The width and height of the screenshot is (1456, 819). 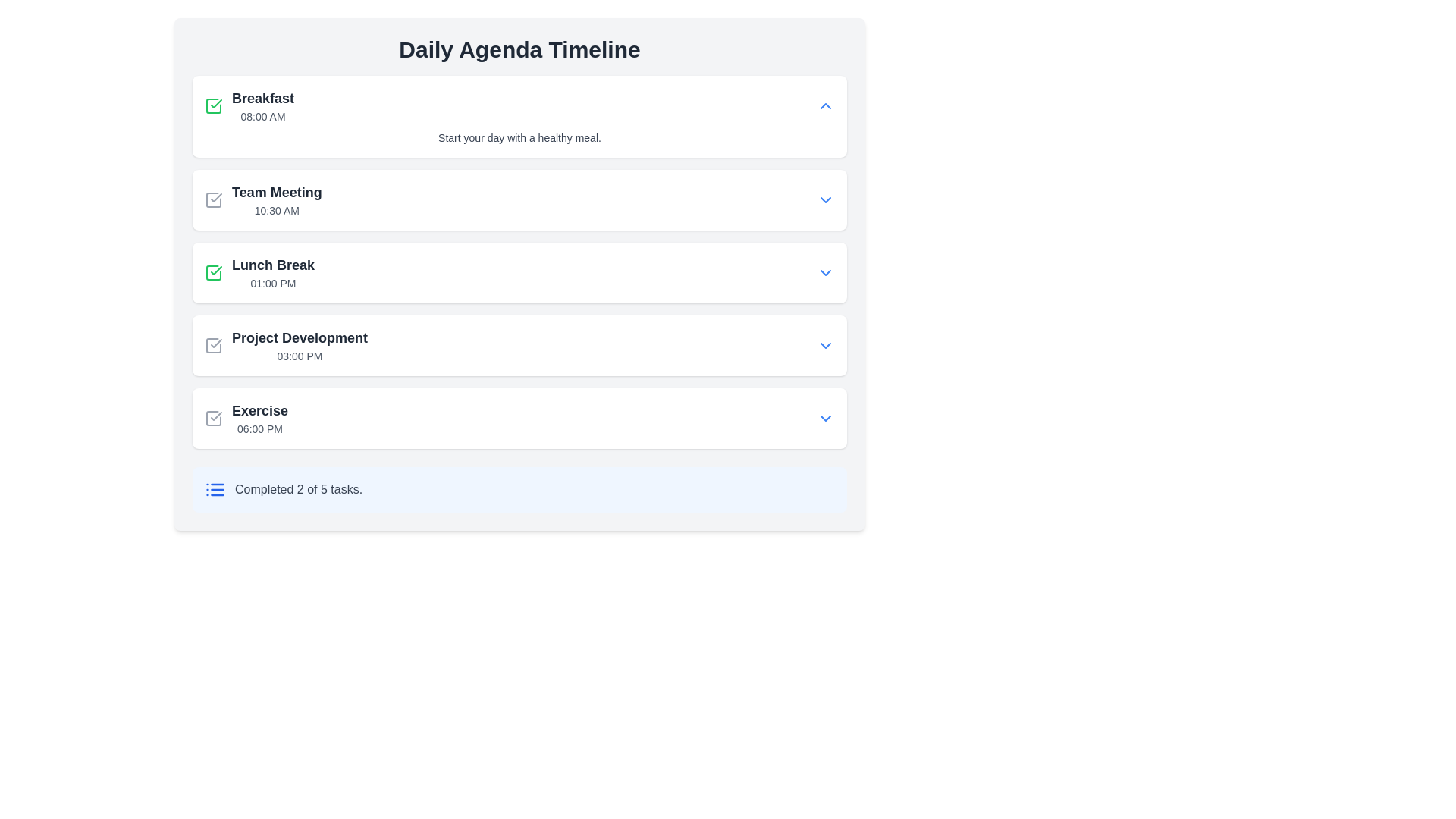 What do you see at coordinates (519, 418) in the screenshot?
I see `the card-like list item displaying the 'Exercise' activity, which is the last item in the list, to potentially mark it as complete or view further details` at bounding box center [519, 418].